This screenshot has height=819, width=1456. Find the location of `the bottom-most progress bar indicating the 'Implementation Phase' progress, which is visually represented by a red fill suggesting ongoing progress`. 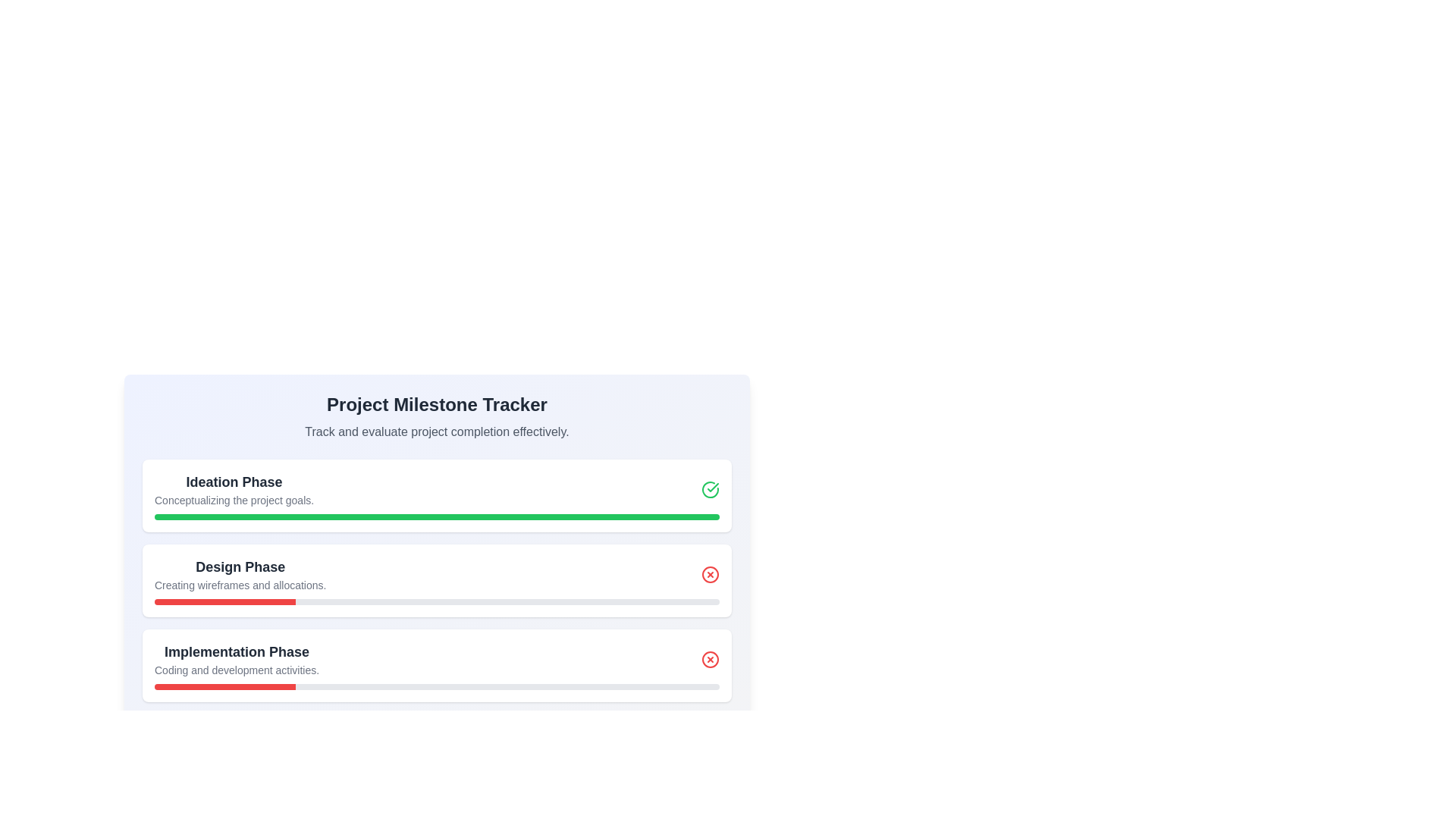

the bottom-most progress bar indicating the 'Implementation Phase' progress, which is visually represented by a red fill suggesting ongoing progress is located at coordinates (436, 687).